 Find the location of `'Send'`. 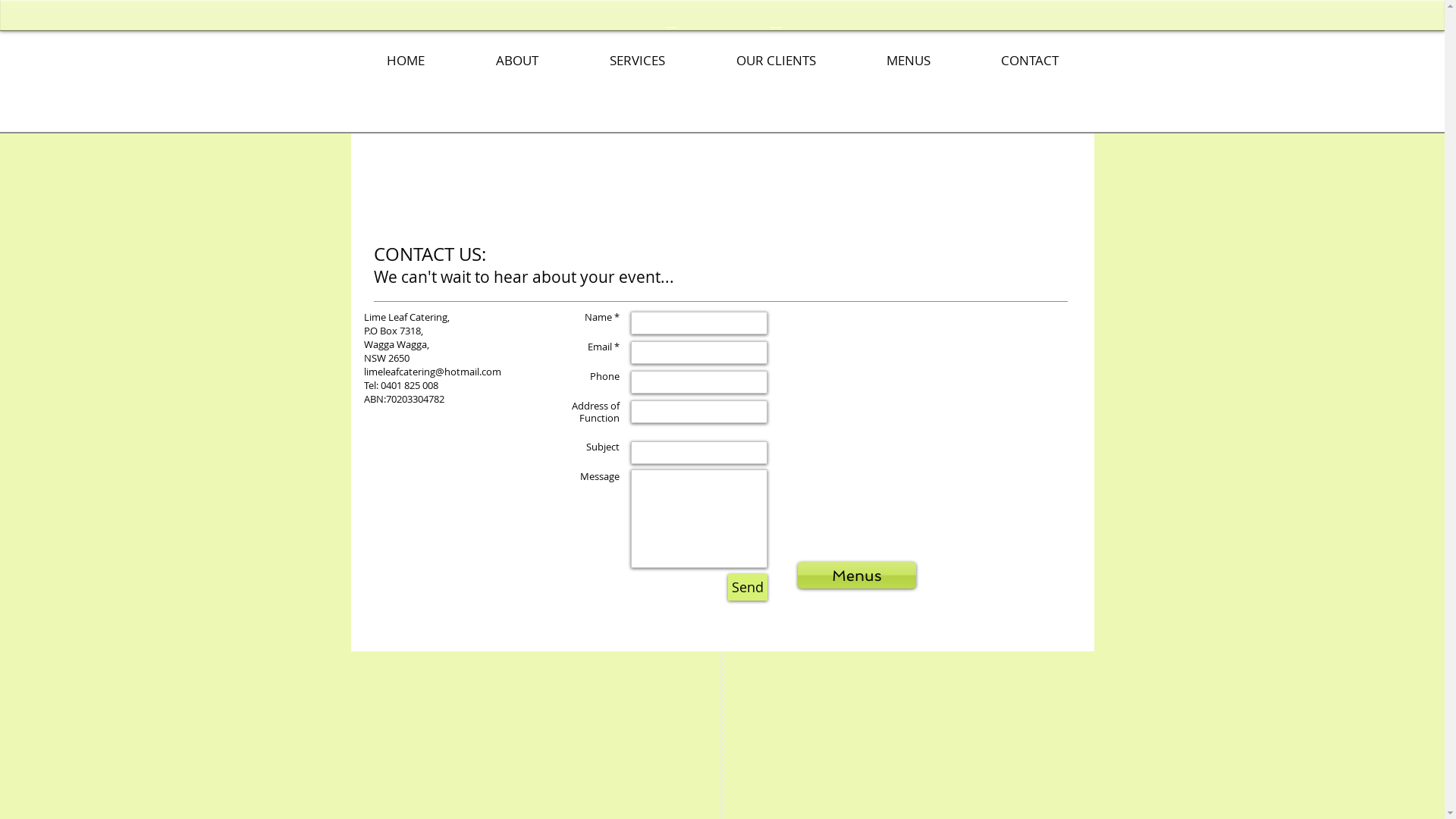

'Send' is located at coordinates (747, 586).